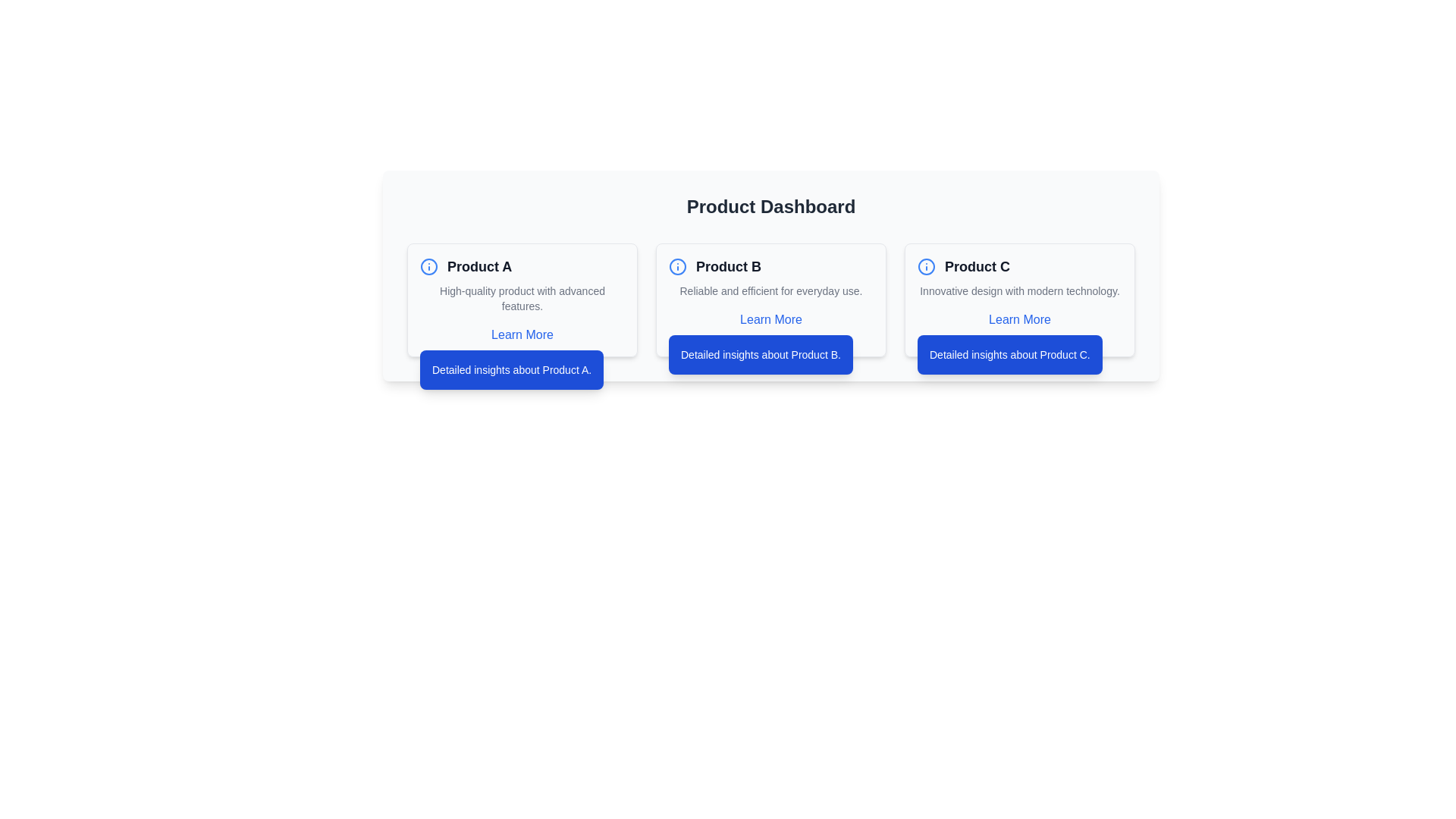 The image size is (1456, 819). Describe the element at coordinates (676, 265) in the screenshot. I see `the information icon with a blue circular outline and a lowercase 'i' in the center, located in the header section of the card titled 'Product B'` at that location.